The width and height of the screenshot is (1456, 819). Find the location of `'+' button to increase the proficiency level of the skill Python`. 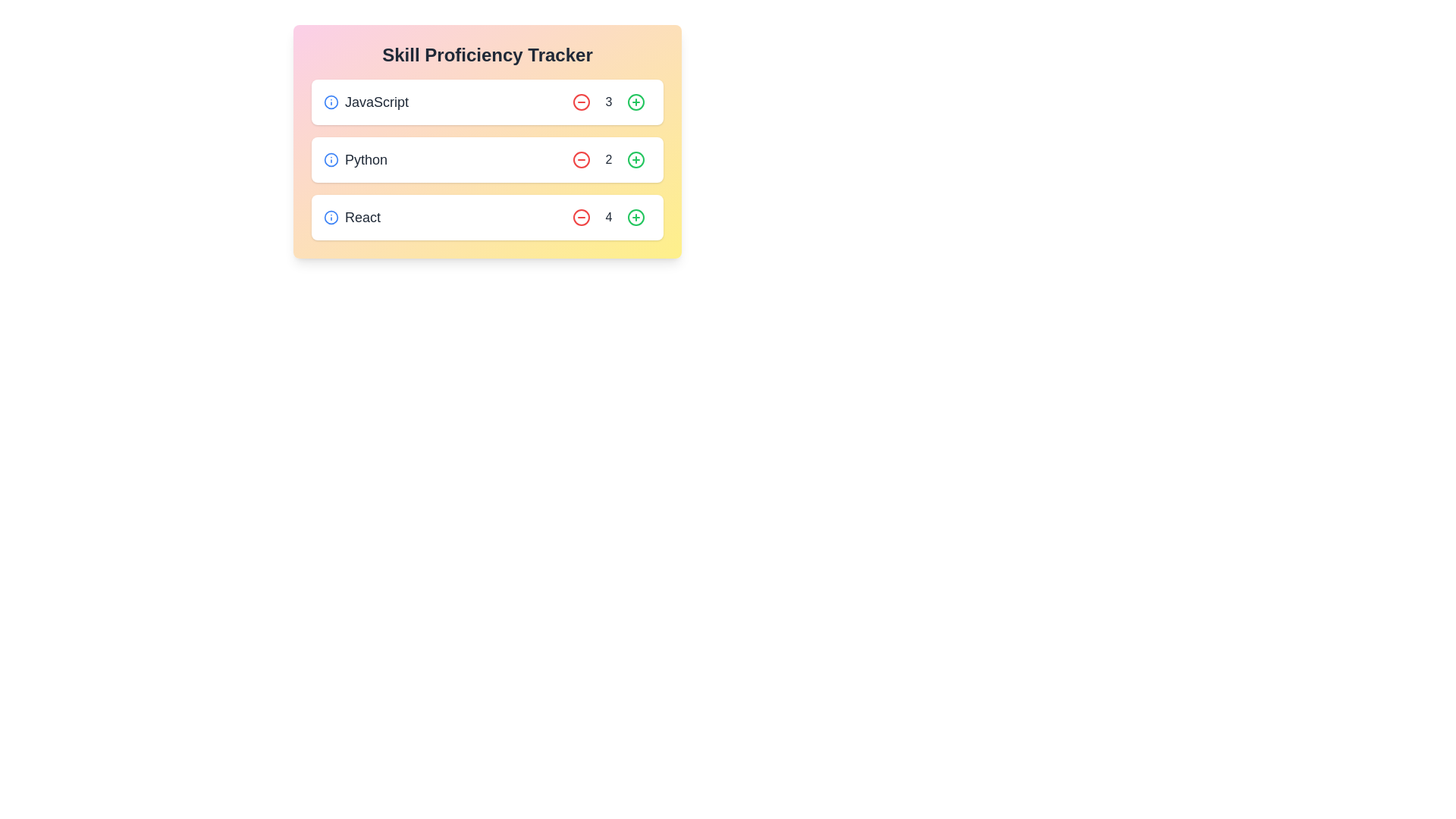

'+' button to increase the proficiency level of the skill Python is located at coordinates (636, 160).